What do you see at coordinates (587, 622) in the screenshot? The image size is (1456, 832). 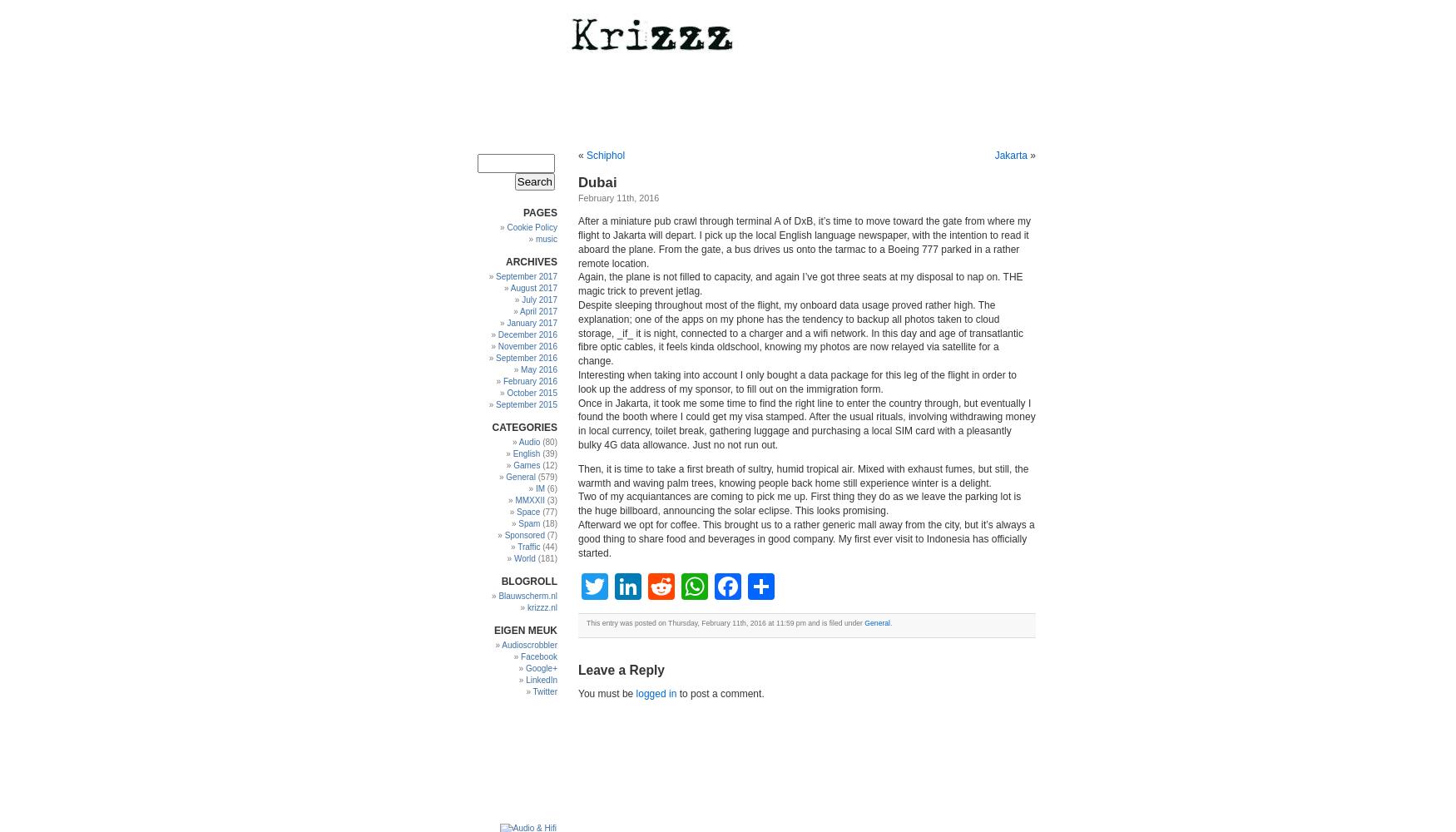 I see `'This entry was posted
						 
						on Thursday, February 11th, 2016 at 11:59 pm						and is filed under'` at bounding box center [587, 622].